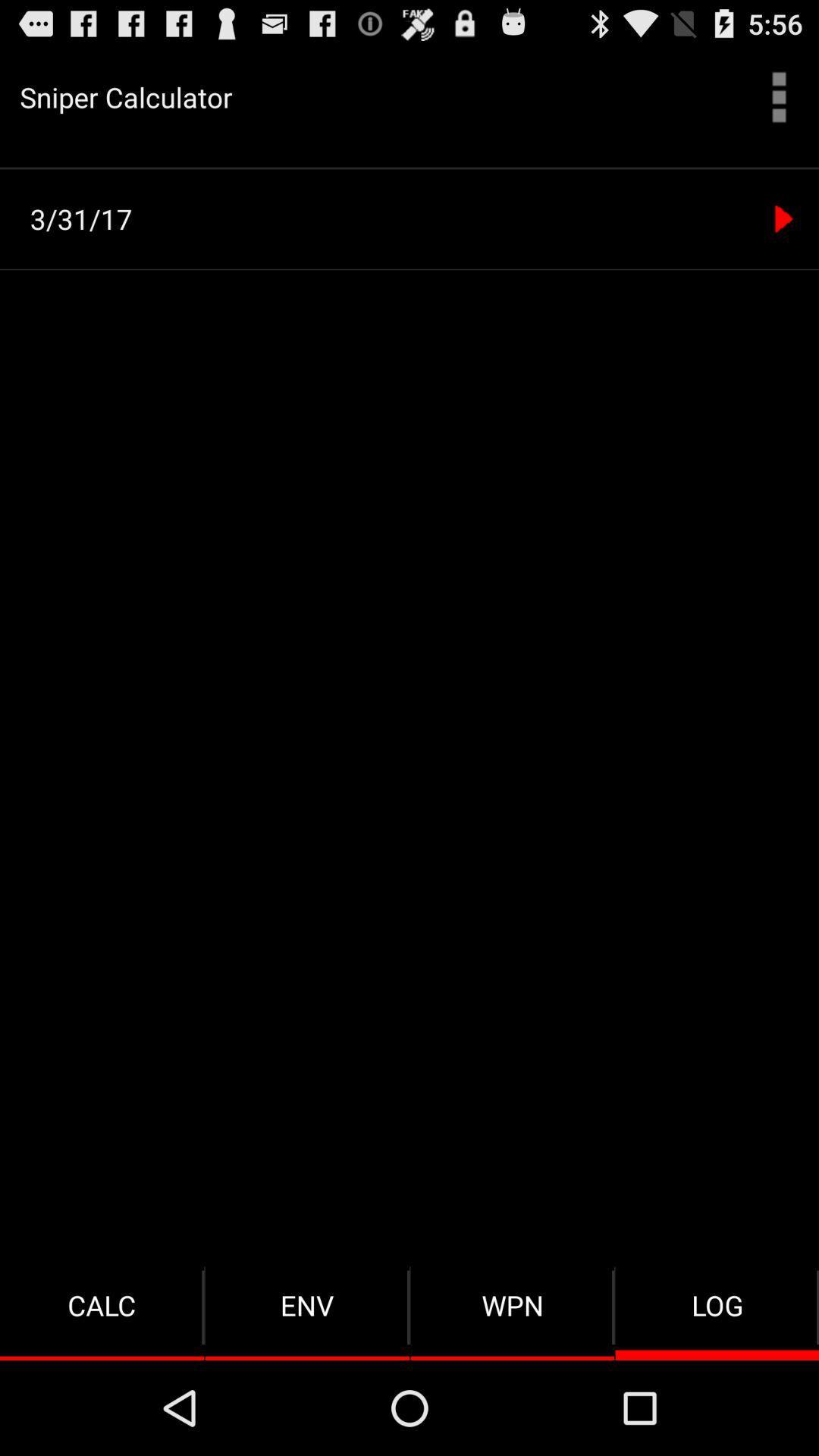  I want to click on the item above 3/31/17, so click(409, 168).